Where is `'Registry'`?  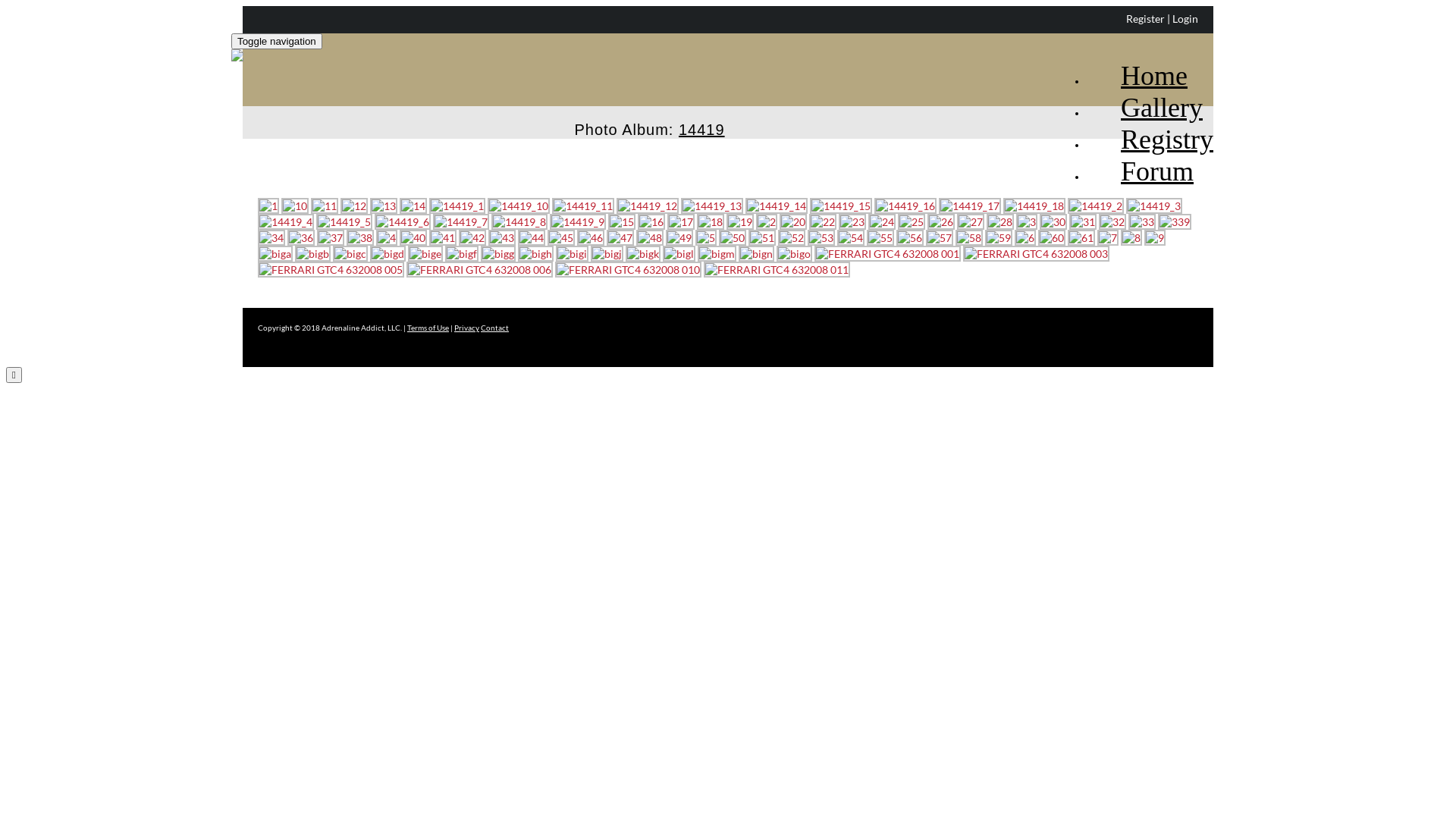
'Registry' is located at coordinates (1150, 125).